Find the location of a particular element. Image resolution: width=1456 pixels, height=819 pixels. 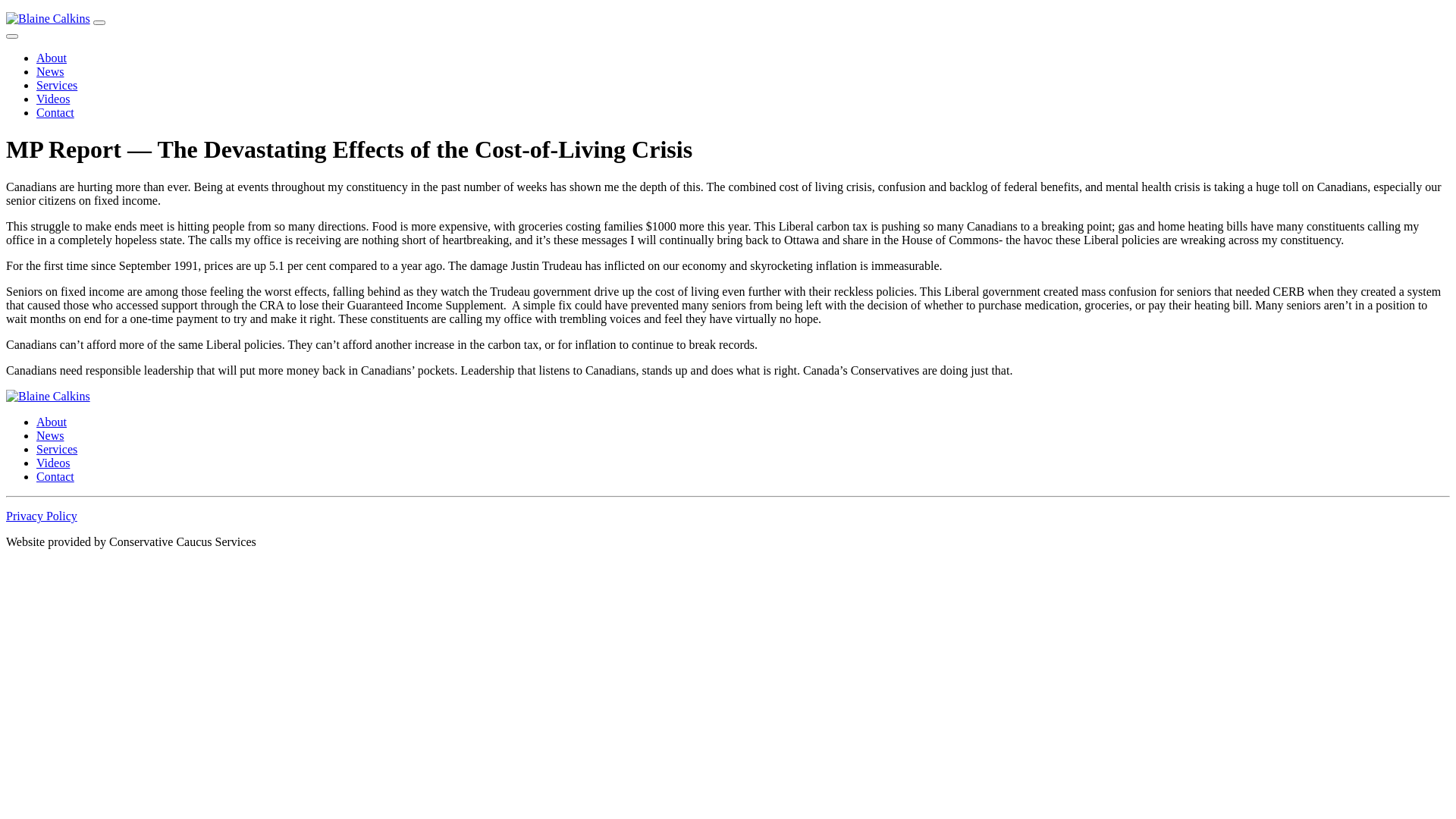

'Services' is located at coordinates (57, 85).